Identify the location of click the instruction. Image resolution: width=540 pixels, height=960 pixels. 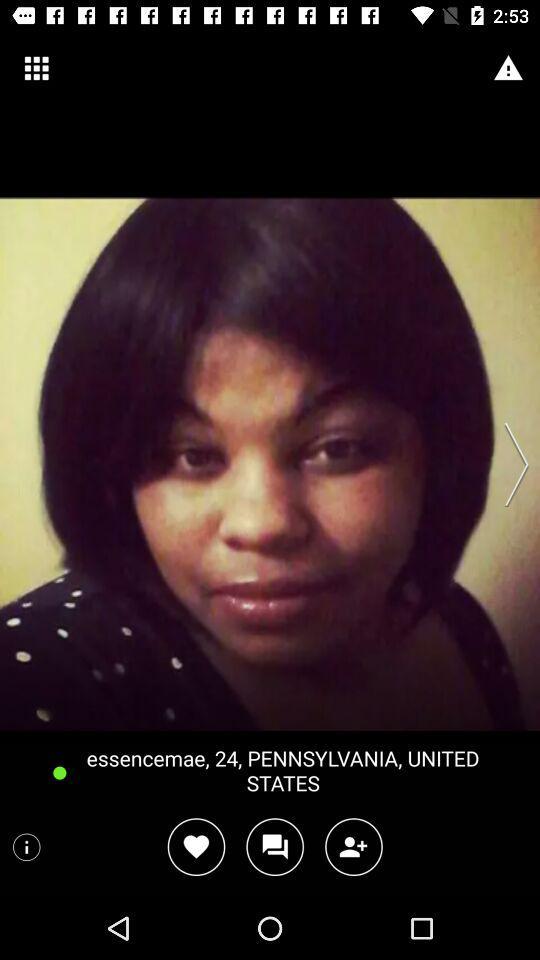
(25, 846).